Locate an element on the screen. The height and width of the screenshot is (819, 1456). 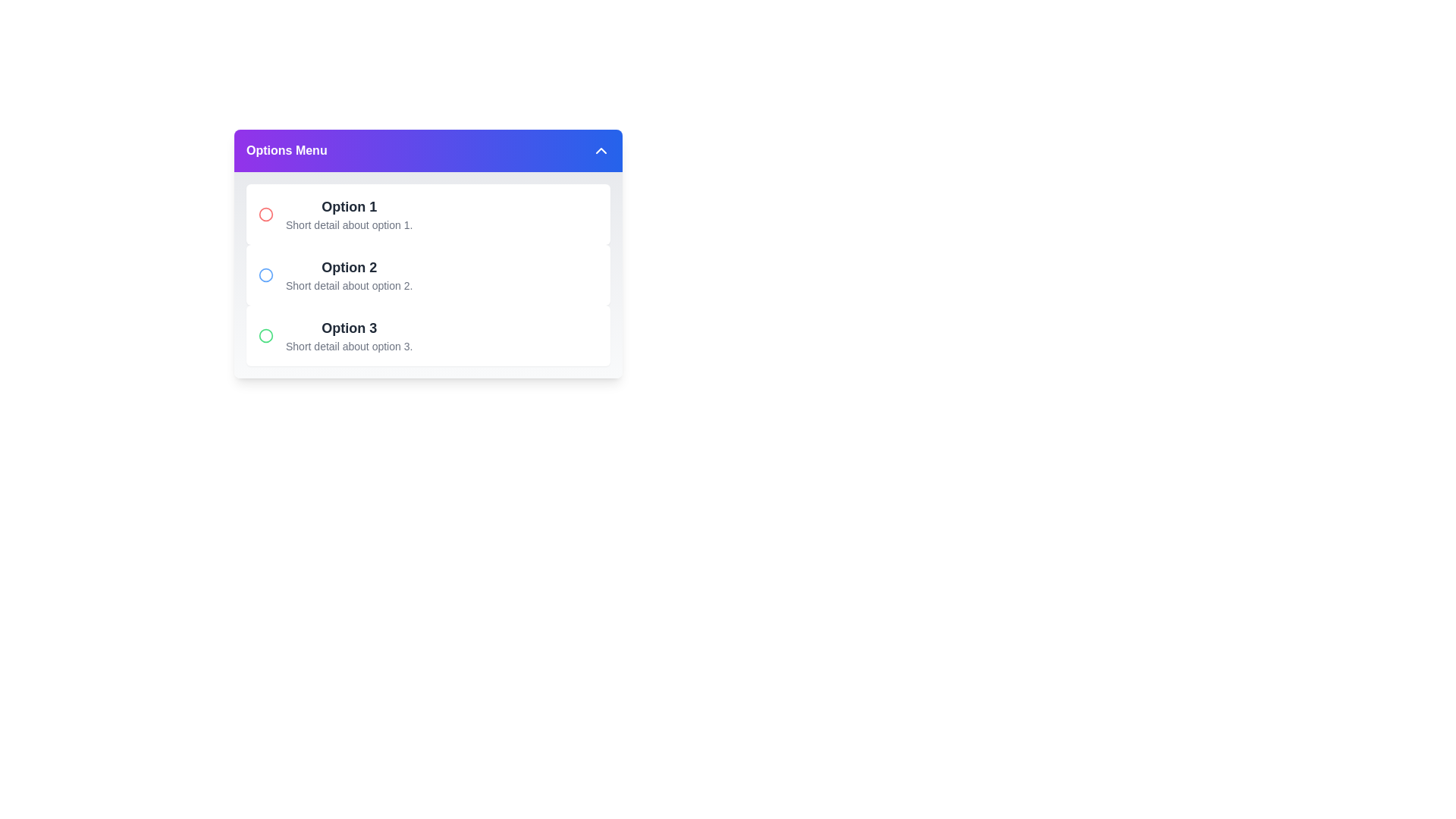
the icon associated with Option 2 in the menu is located at coordinates (265, 275).